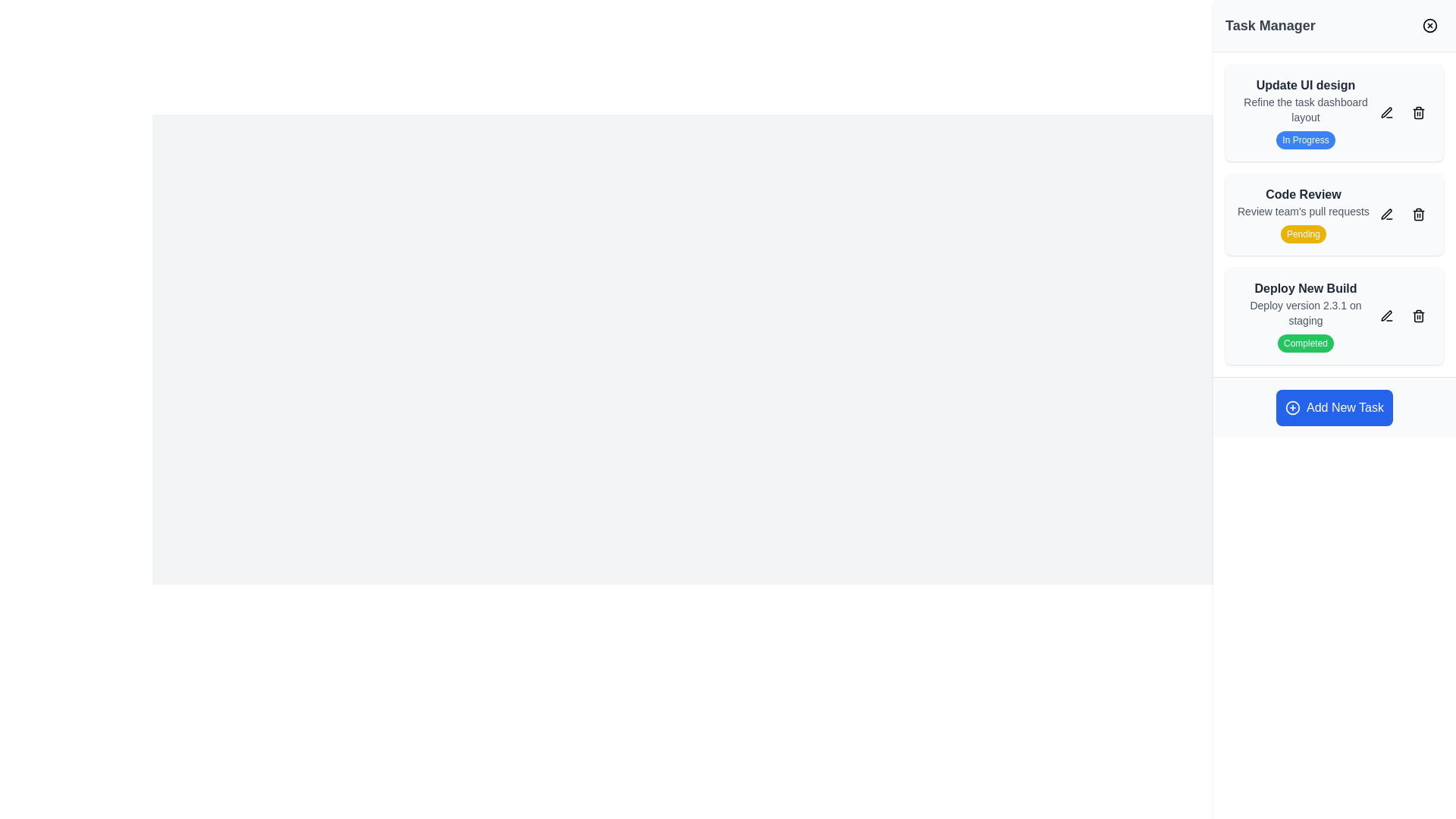 The width and height of the screenshot is (1456, 819). I want to click on the bold 'Task Manager' text label located at the top-left corner of the sidebar, which serves as a header for the panel, so click(1270, 26).